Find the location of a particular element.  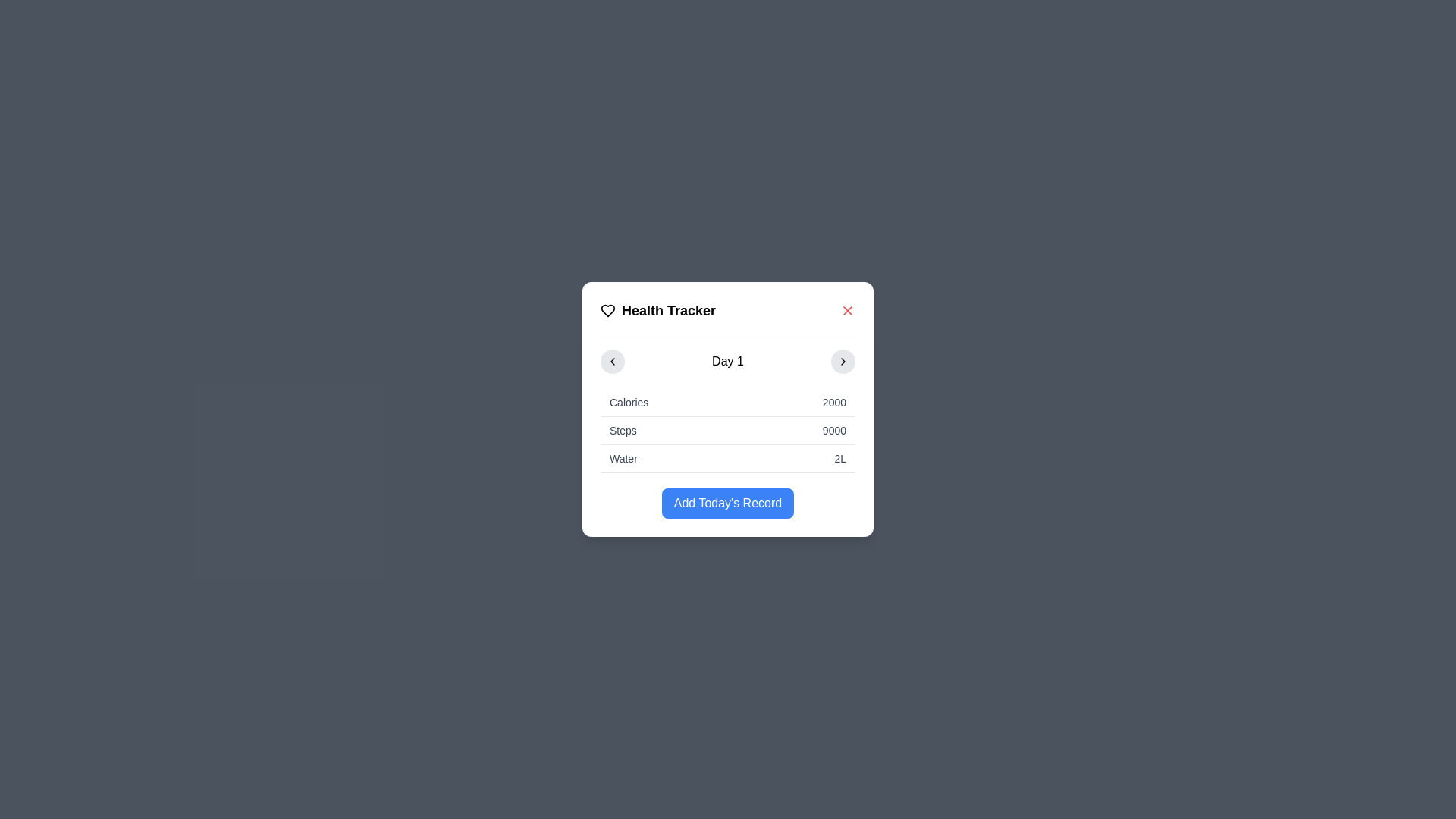

the text display showing the number '9000' located to the right of the label 'Steps' in the second row of a table within a modal dialog box is located at coordinates (833, 430).